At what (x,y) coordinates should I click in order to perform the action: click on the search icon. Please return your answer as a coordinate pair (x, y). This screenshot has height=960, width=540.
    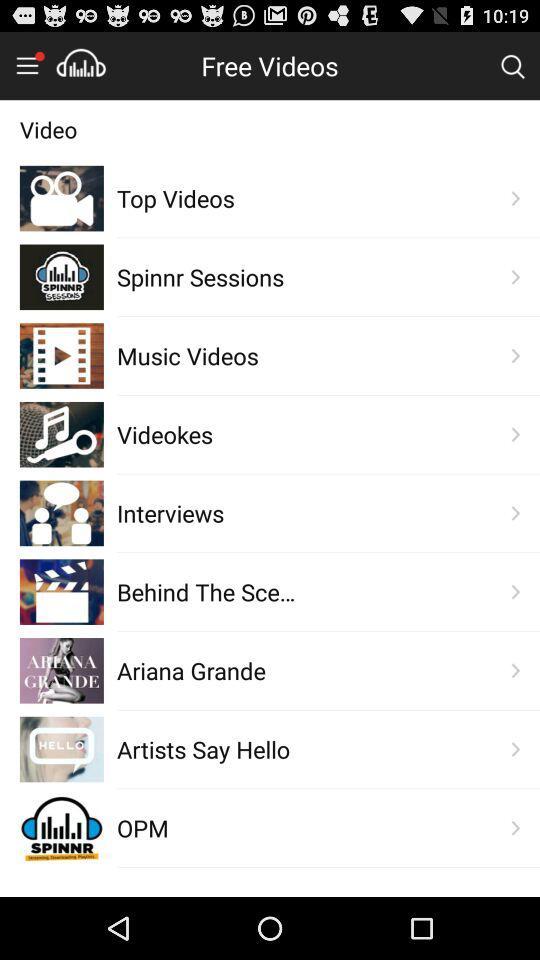
    Looking at the image, I should click on (512, 70).